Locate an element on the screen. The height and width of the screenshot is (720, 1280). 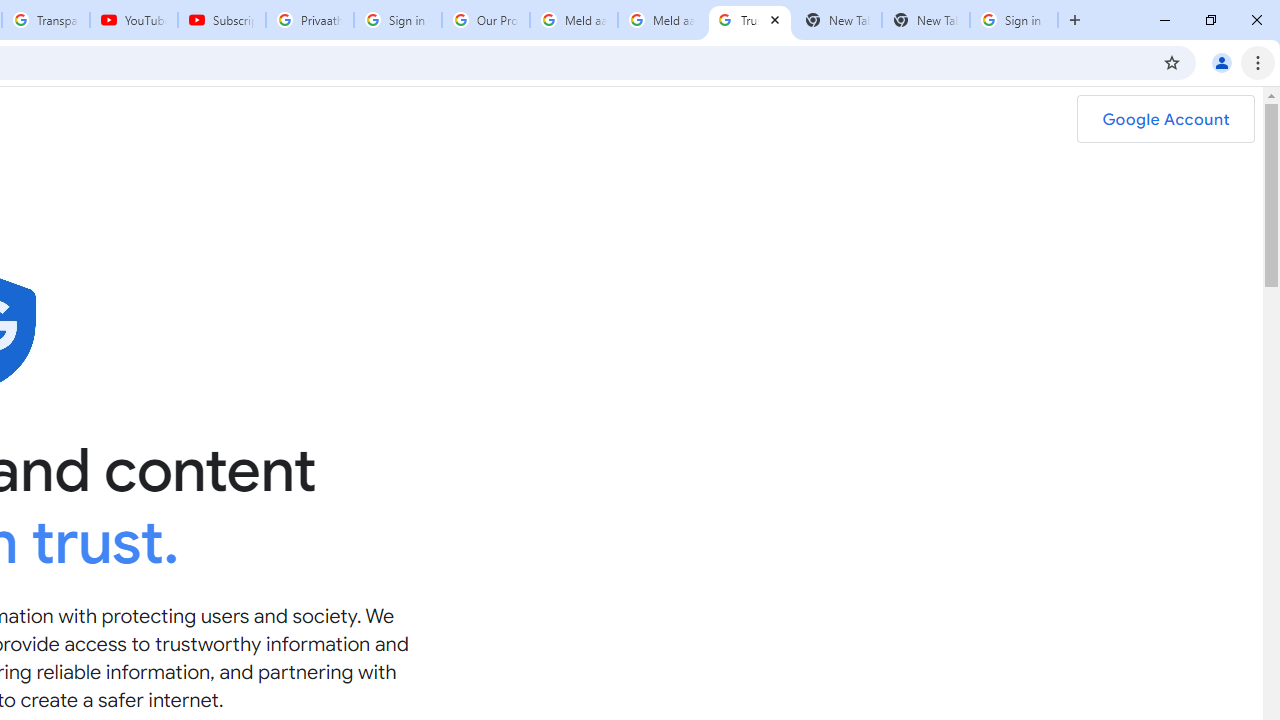
'Google Account' is located at coordinates (1165, 119).